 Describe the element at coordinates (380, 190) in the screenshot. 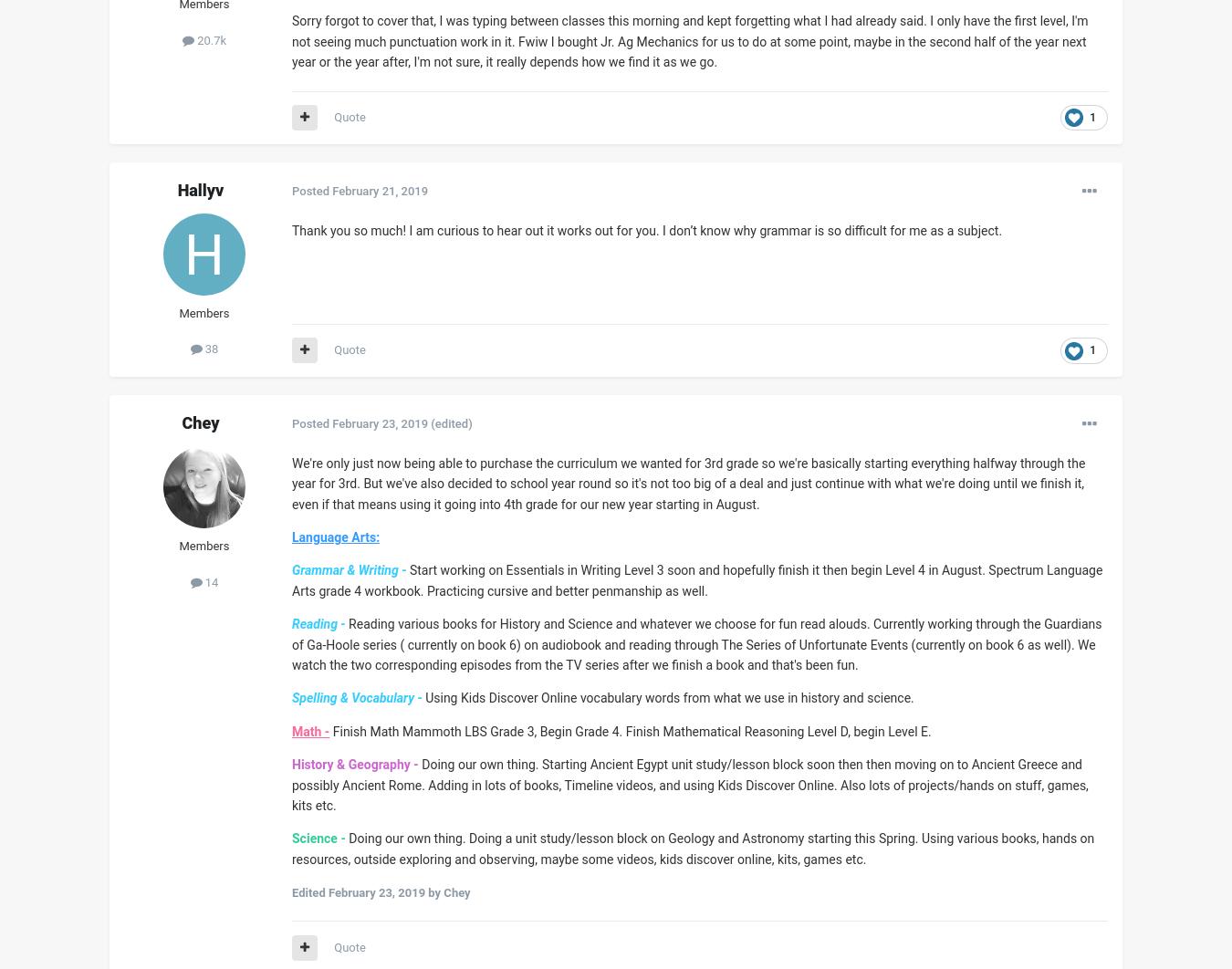

I see `'February 21, 2019'` at that location.